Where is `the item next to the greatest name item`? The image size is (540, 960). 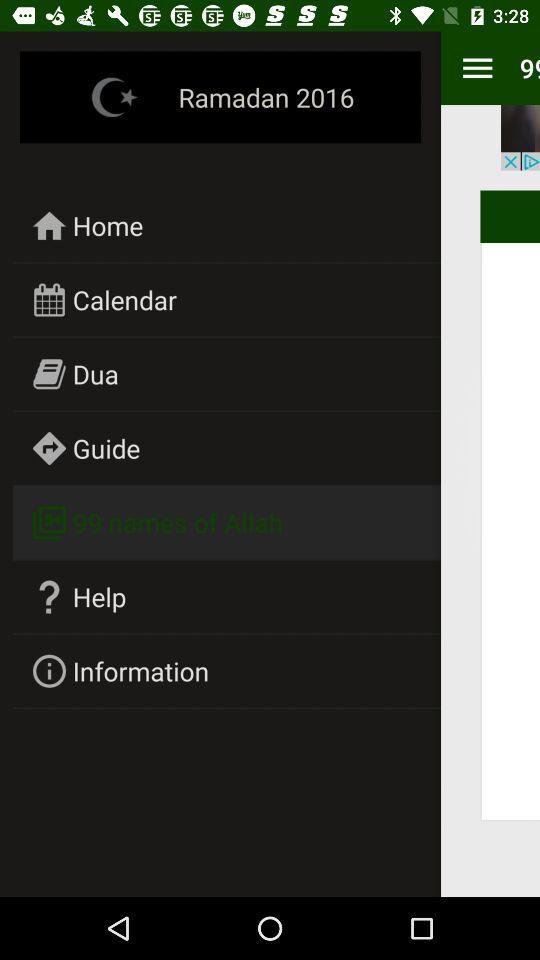 the item next to the greatest name item is located at coordinates (139, 671).